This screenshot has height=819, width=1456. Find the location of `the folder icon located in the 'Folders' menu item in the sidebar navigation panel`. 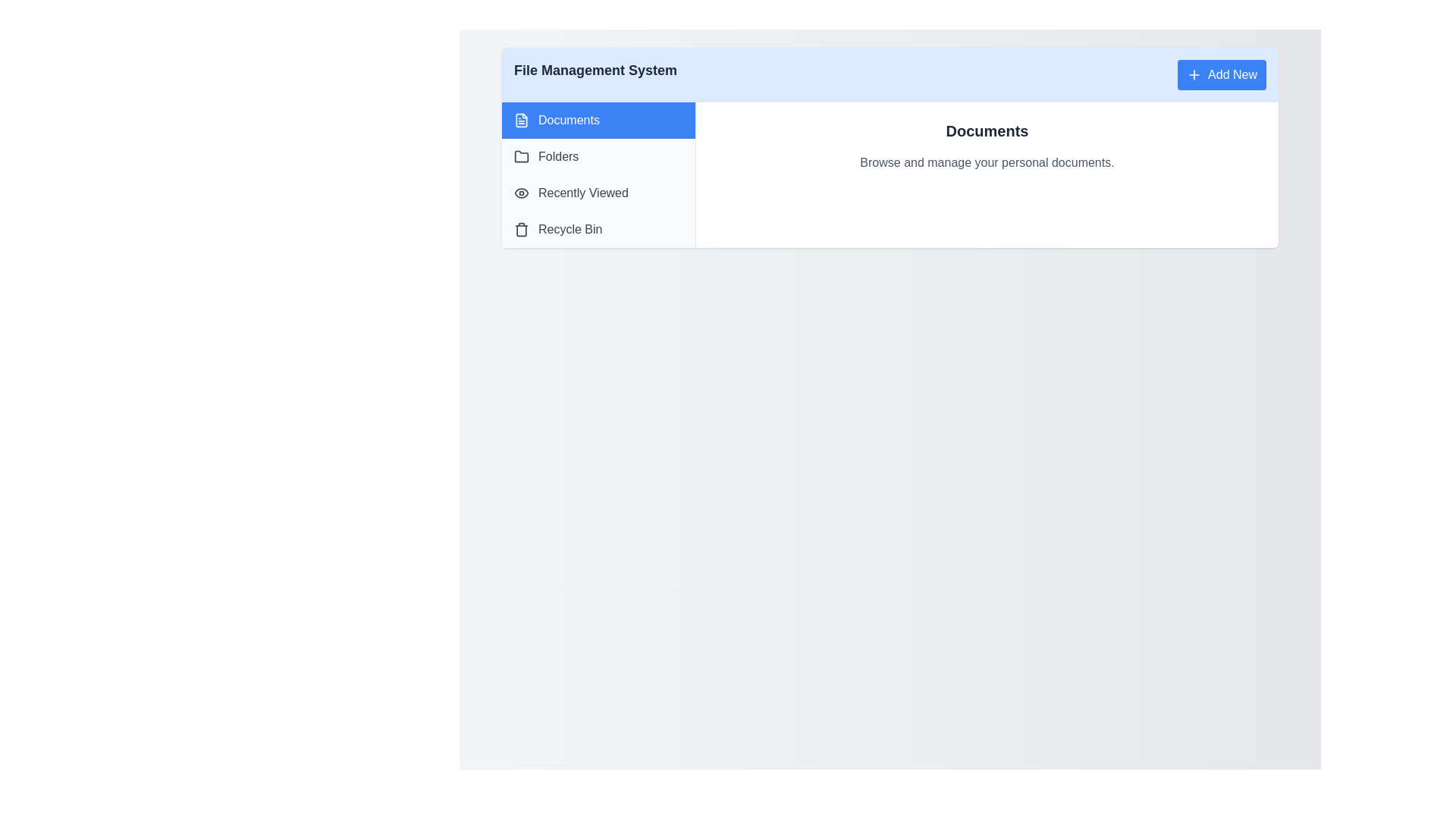

the folder icon located in the 'Folders' menu item in the sidebar navigation panel is located at coordinates (521, 157).